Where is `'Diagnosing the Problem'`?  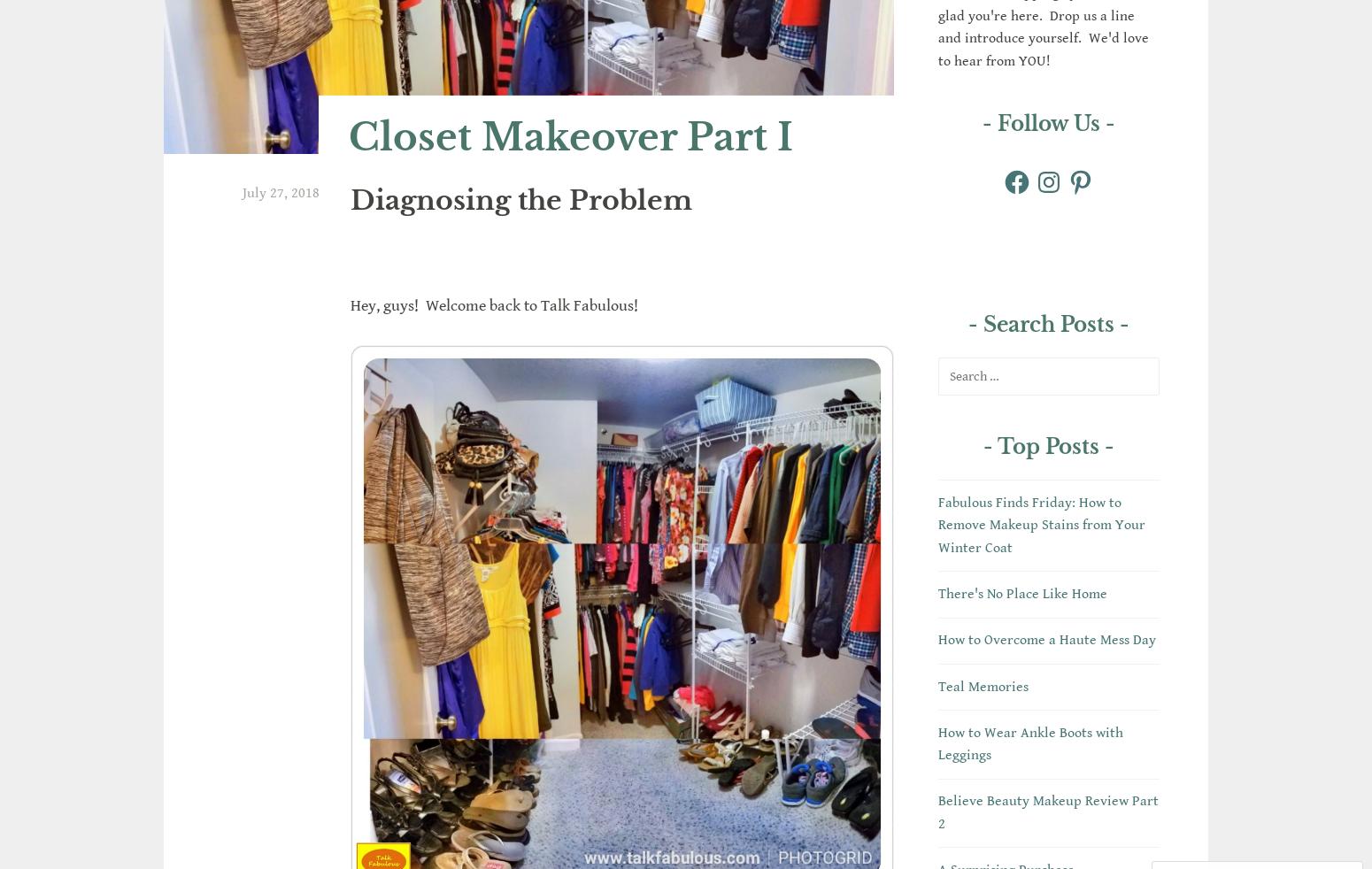
'Diagnosing the Problem' is located at coordinates (521, 198).